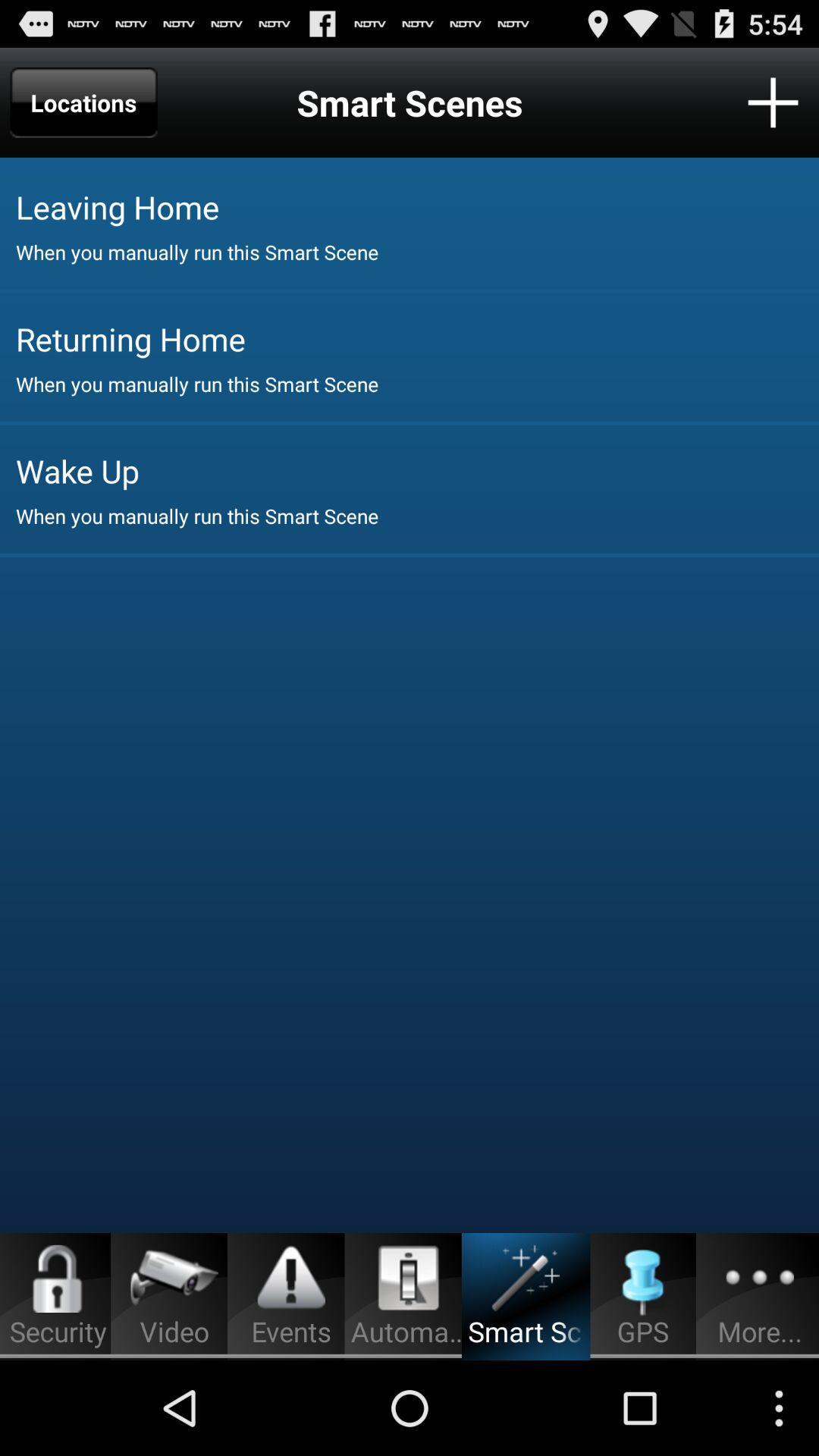 The image size is (819, 1456). I want to click on wake up item, so click(417, 469).